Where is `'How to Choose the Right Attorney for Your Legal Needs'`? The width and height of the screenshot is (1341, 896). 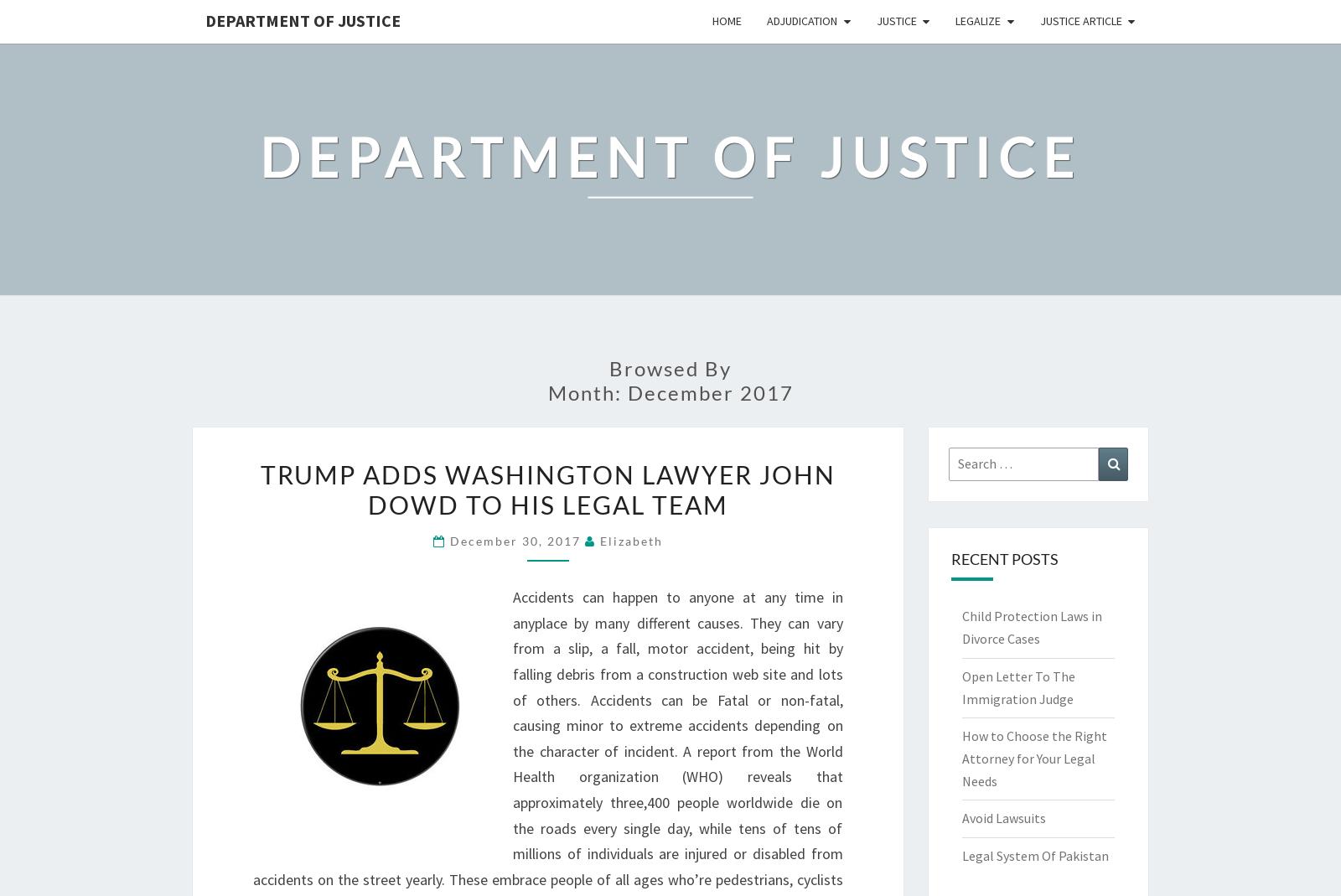 'How to Choose the Right Attorney for Your Legal Needs' is located at coordinates (1033, 757).